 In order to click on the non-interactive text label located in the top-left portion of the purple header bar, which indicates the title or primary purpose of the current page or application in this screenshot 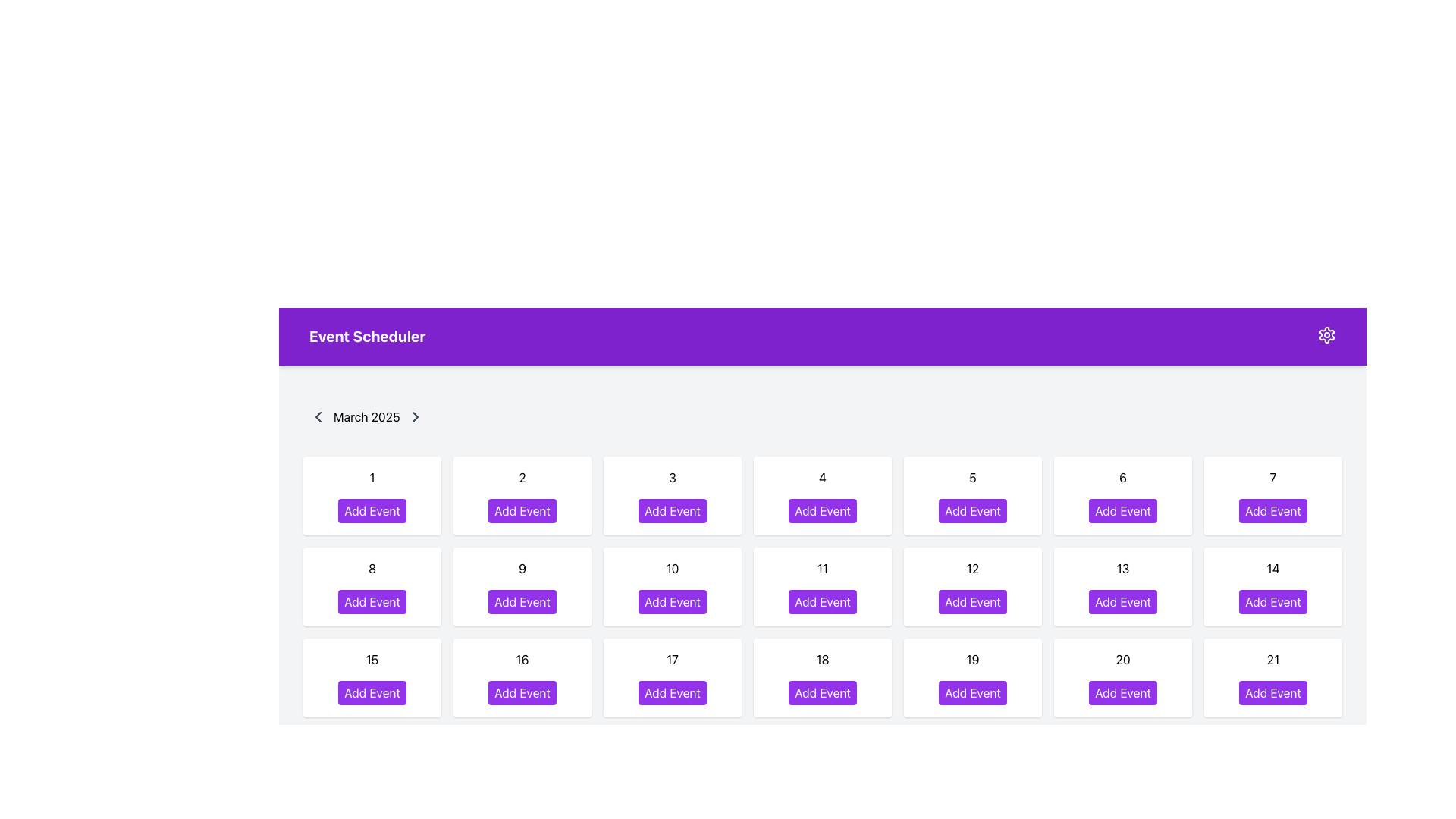, I will do `click(367, 335)`.